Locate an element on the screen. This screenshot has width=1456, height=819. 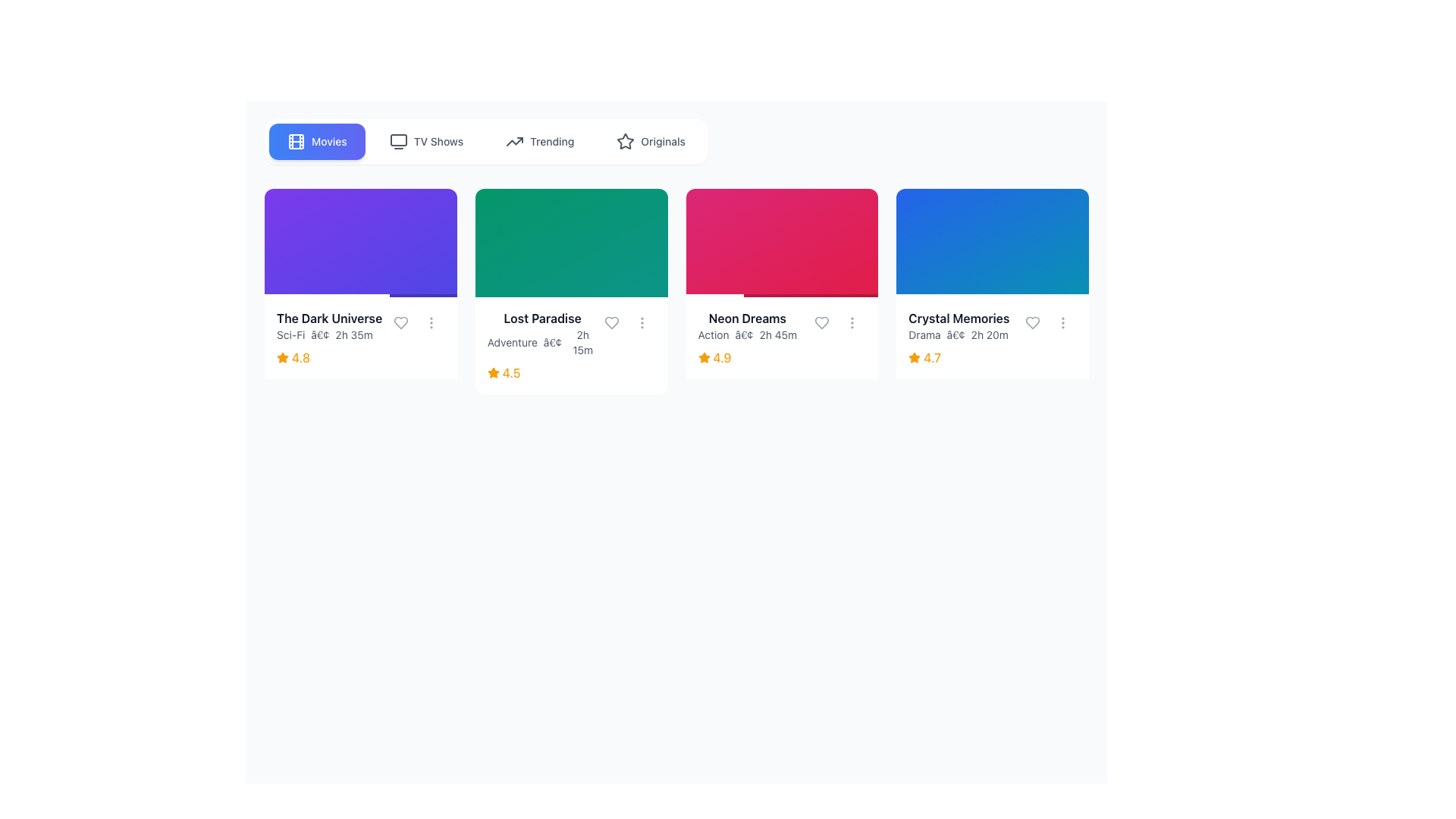
the third button in the horizontal list at the top of the interface is located at coordinates (540, 141).